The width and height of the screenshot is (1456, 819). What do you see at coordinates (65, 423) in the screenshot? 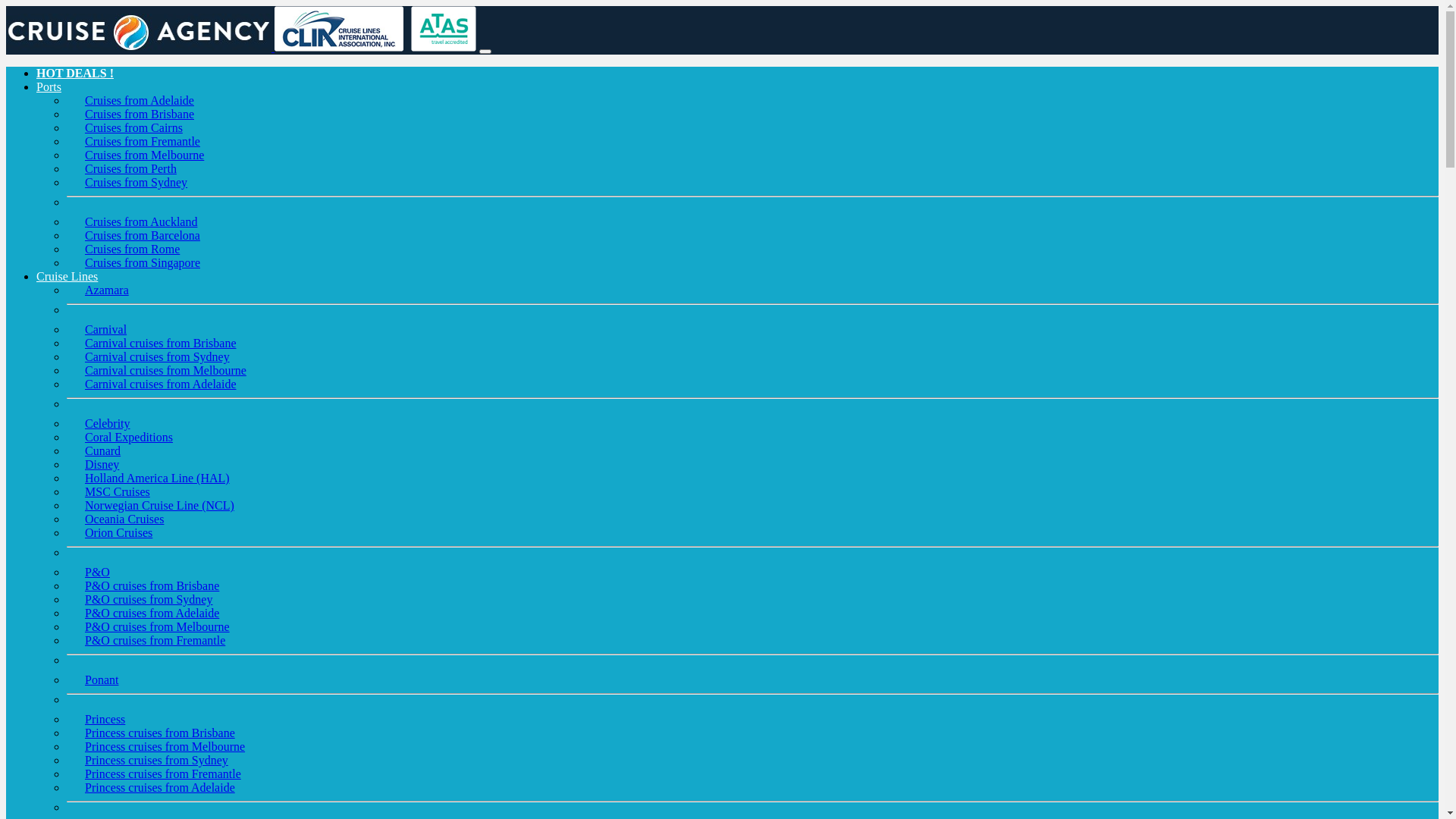
I see `'Celebrity'` at bounding box center [65, 423].